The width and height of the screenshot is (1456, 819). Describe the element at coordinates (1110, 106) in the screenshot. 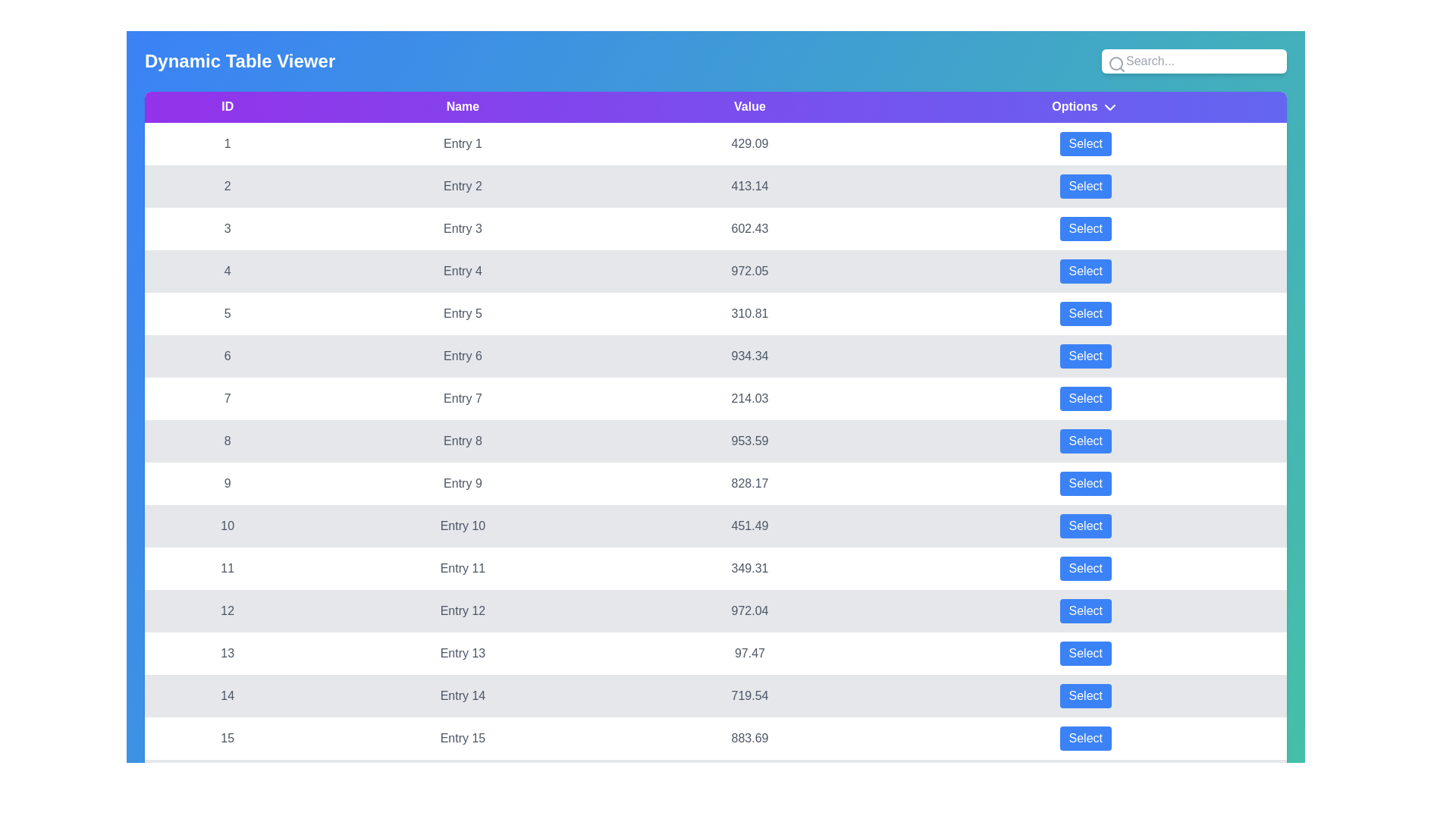

I see `the 'Options' dropdown in the table header to open sorting or filtering options` at that location.